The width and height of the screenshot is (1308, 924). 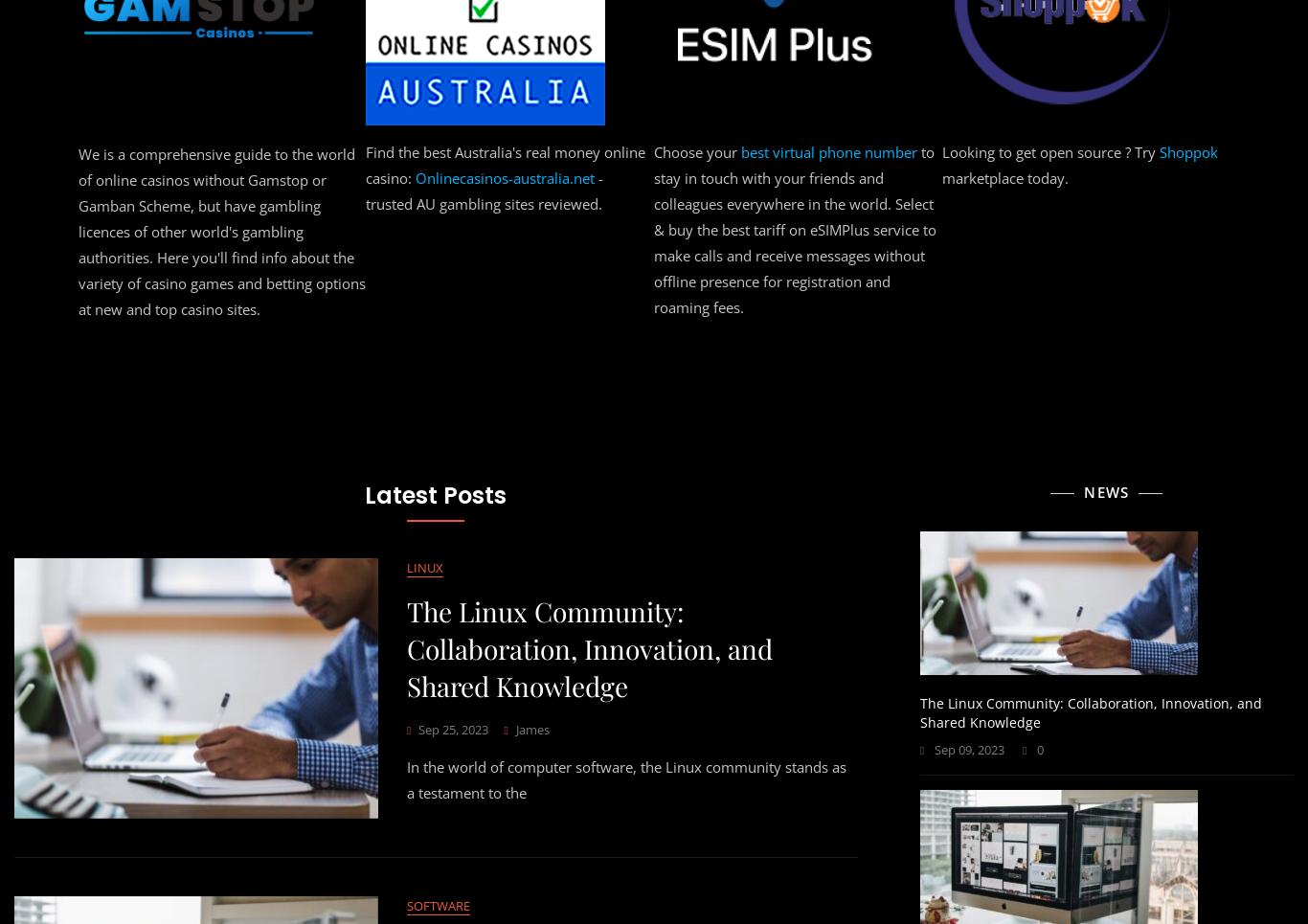 I want to click on 'Looking to get open source ? Try', so click(x=817, y=145).